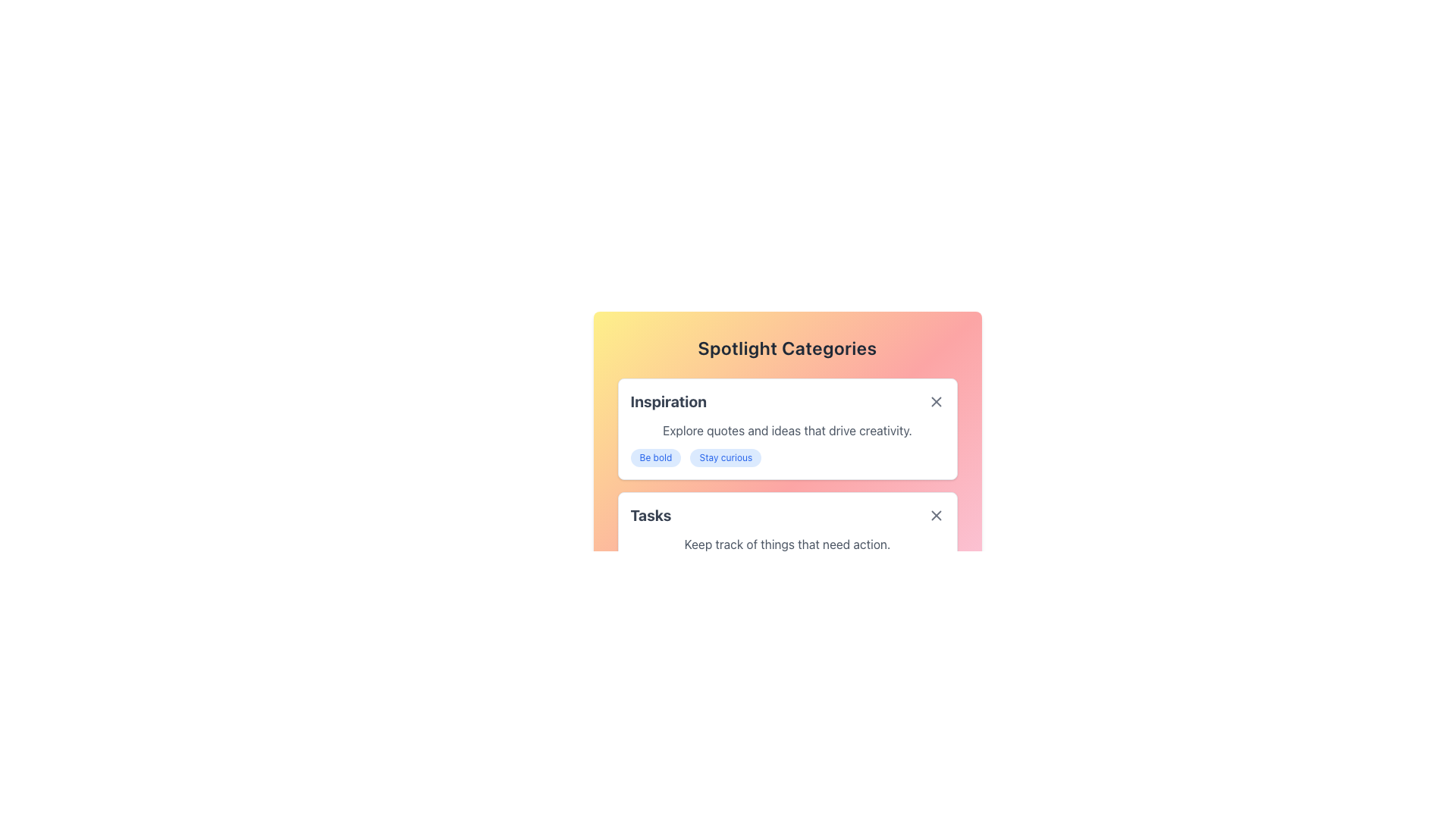 The image size is (1456, 819). Describe the element at coordinates (935, 400) in the screenshot. I see `the 'X' button at the top-right corner of the 'Inspiration' section` at that location.